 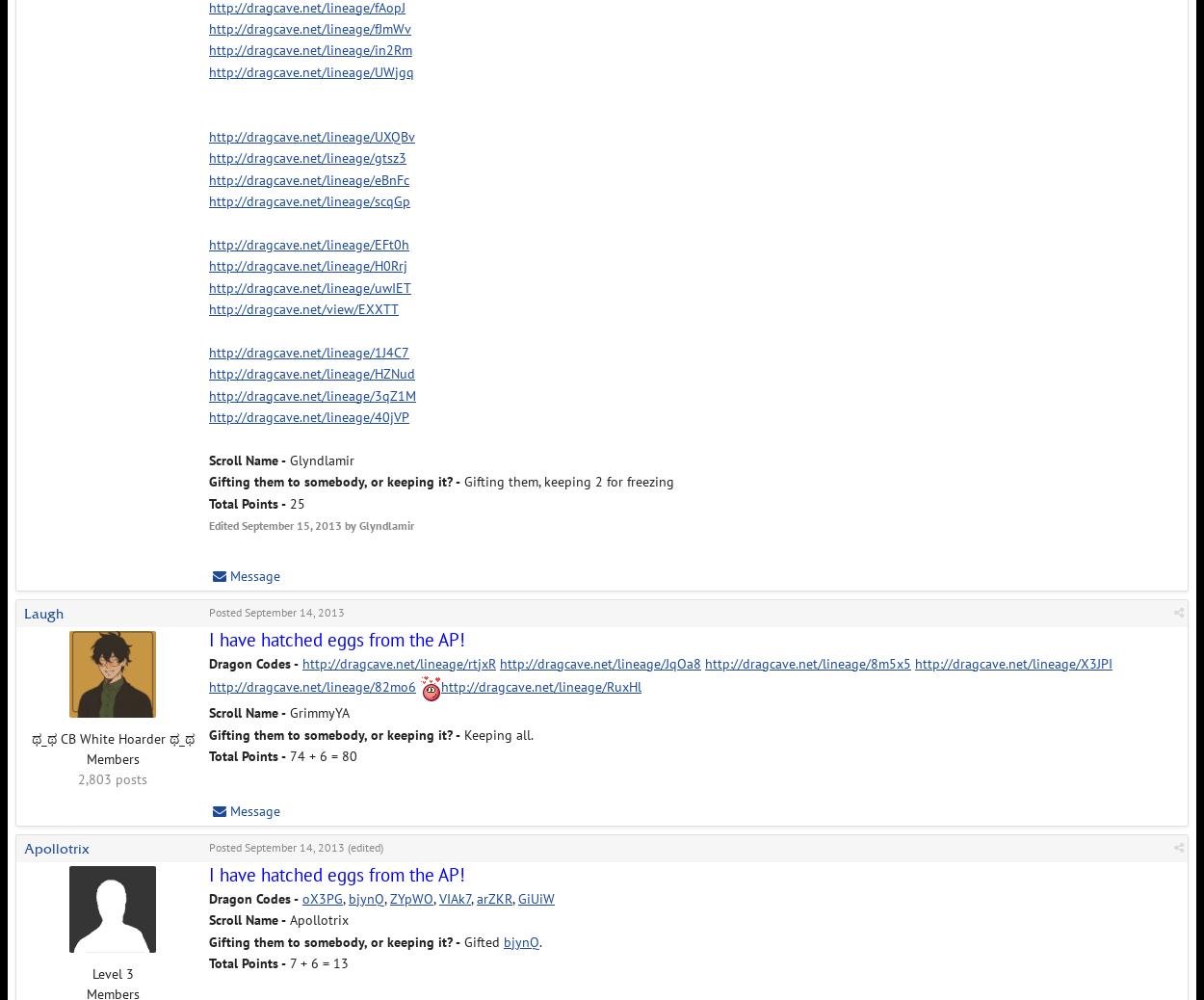 I want to click on 'Glyndlamir', so click(x=319, y=459).